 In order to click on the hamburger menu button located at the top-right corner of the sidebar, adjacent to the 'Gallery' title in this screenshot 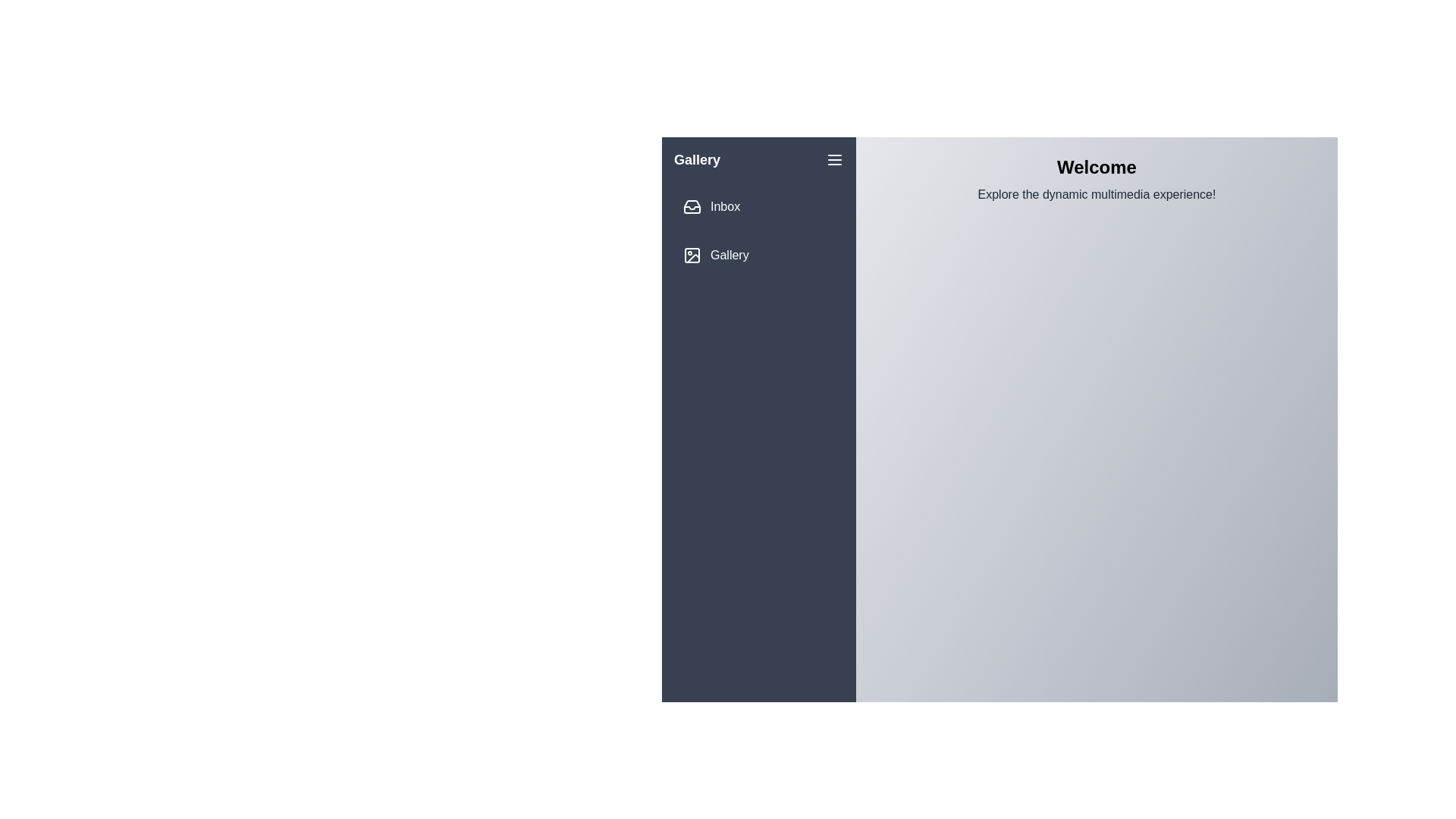, I will do `click(833, 160)`.